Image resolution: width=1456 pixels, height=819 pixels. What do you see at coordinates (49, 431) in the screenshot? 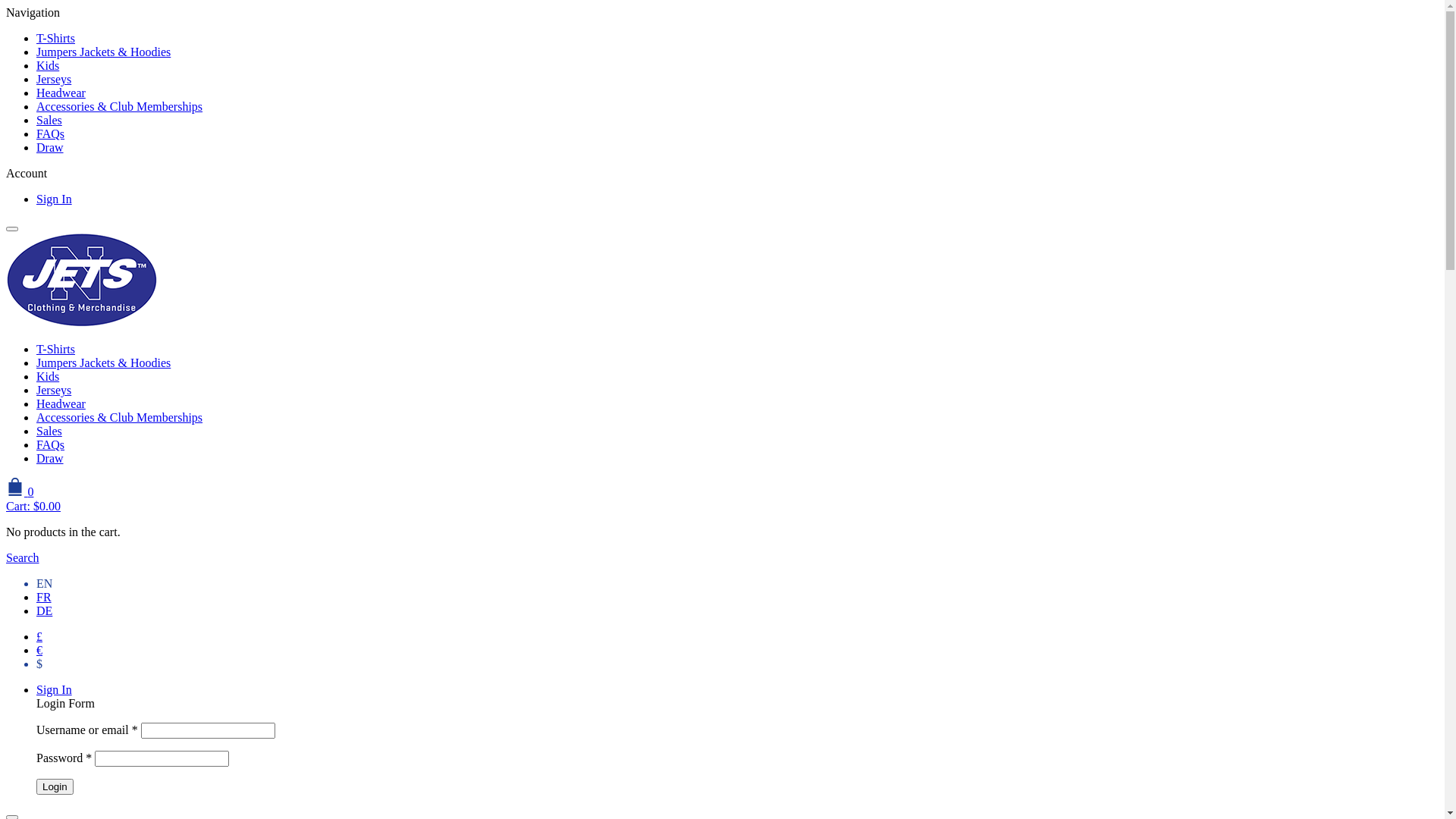
I see `'Sales'` at bounding box center [49, 431].